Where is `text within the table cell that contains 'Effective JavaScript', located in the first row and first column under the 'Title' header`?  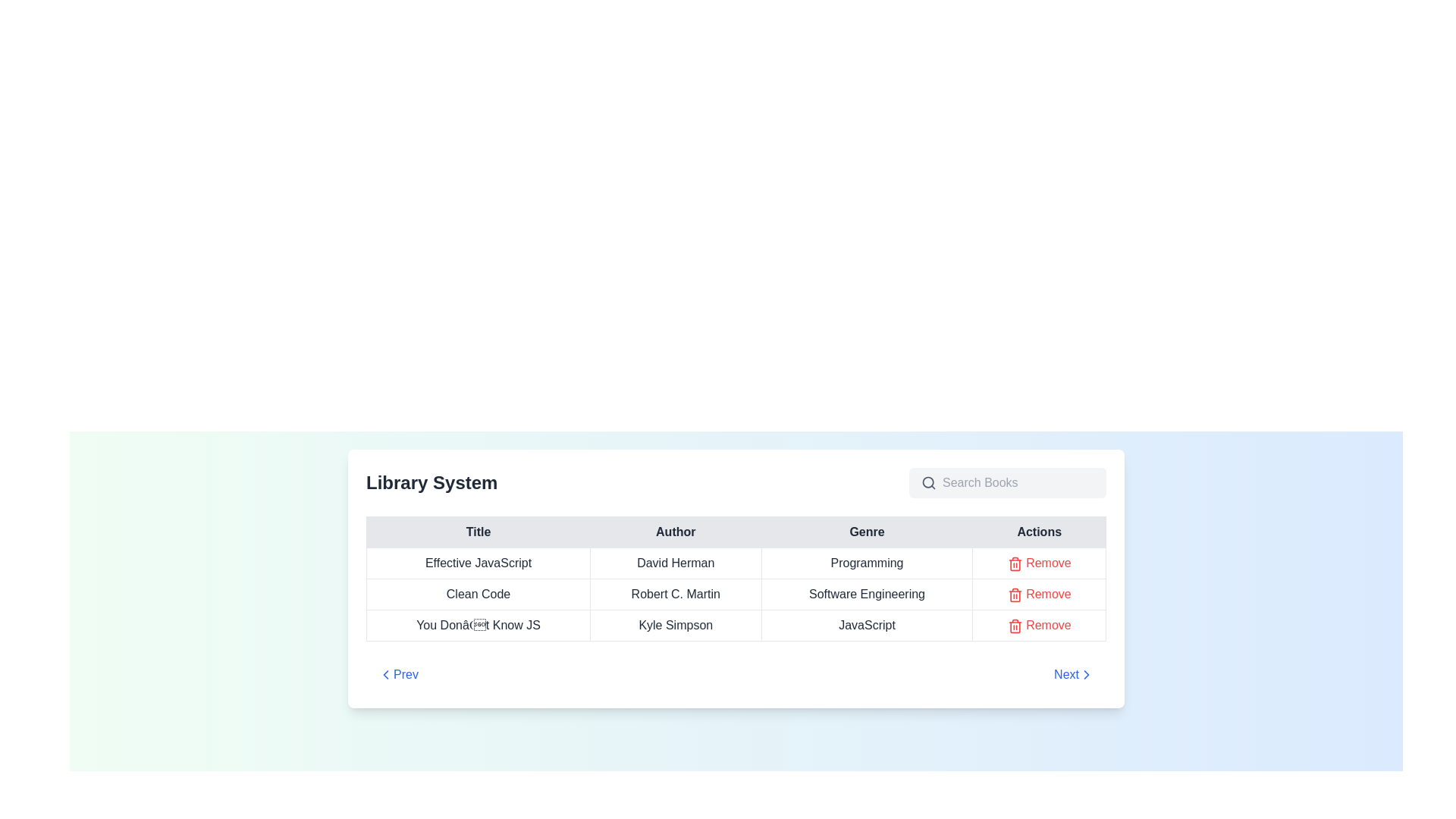 text within the table cell that contains 'Effective JavaScript', located in the first row and first column under the 'Title' header is located at coordinates (478, 563).